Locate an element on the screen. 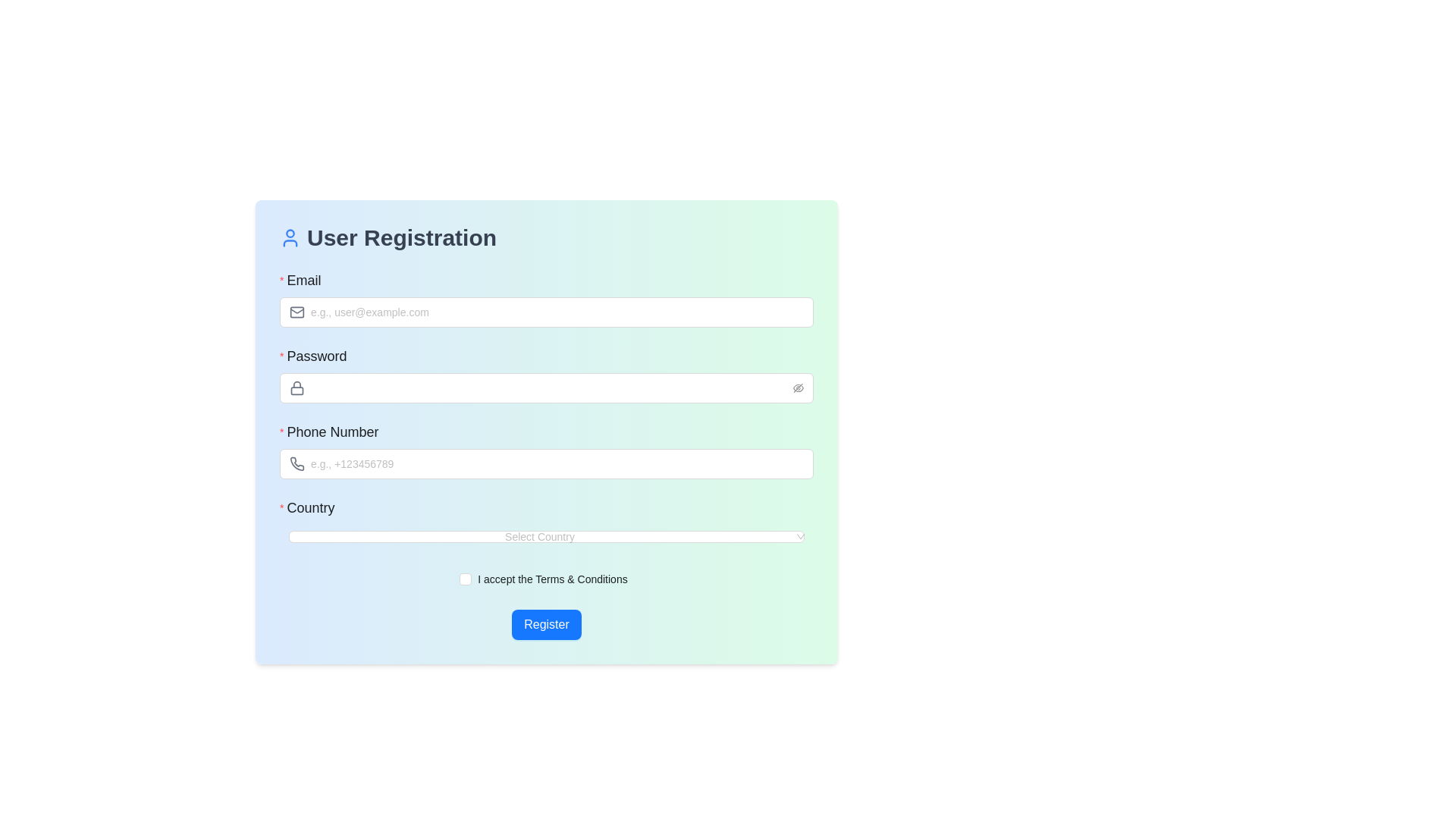  the decorative lock icon indicating the 'Password' input field, located beneath the 'Email' field and above the 'Phone Number' field is located at coordinates (298, 388).